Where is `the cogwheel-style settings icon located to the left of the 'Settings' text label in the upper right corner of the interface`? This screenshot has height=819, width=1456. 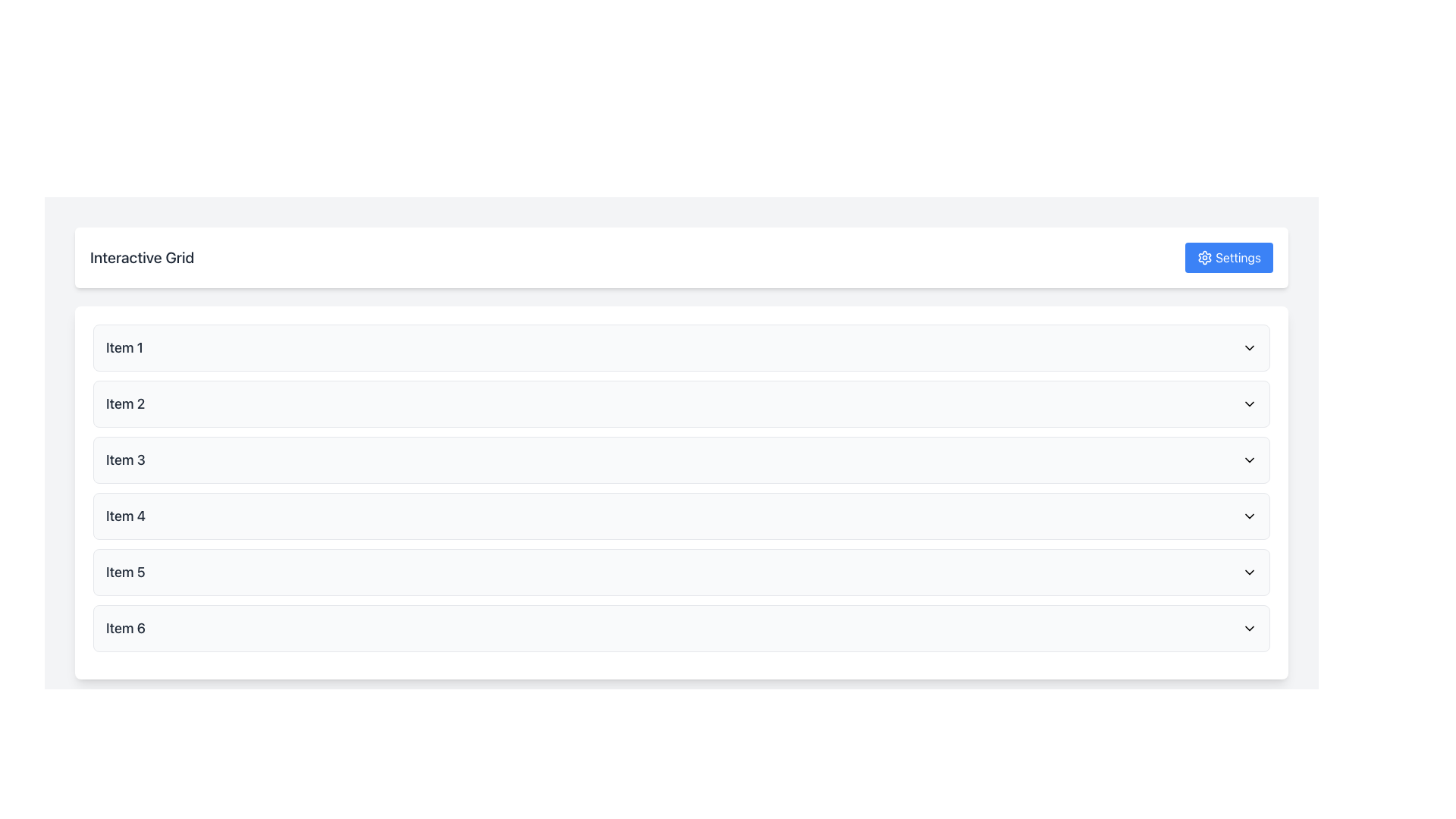
the cogwheel-style settings icon located to the left of the 'Settings' text label in the upper right corner of the interface is located at coordinates (1204, 256).